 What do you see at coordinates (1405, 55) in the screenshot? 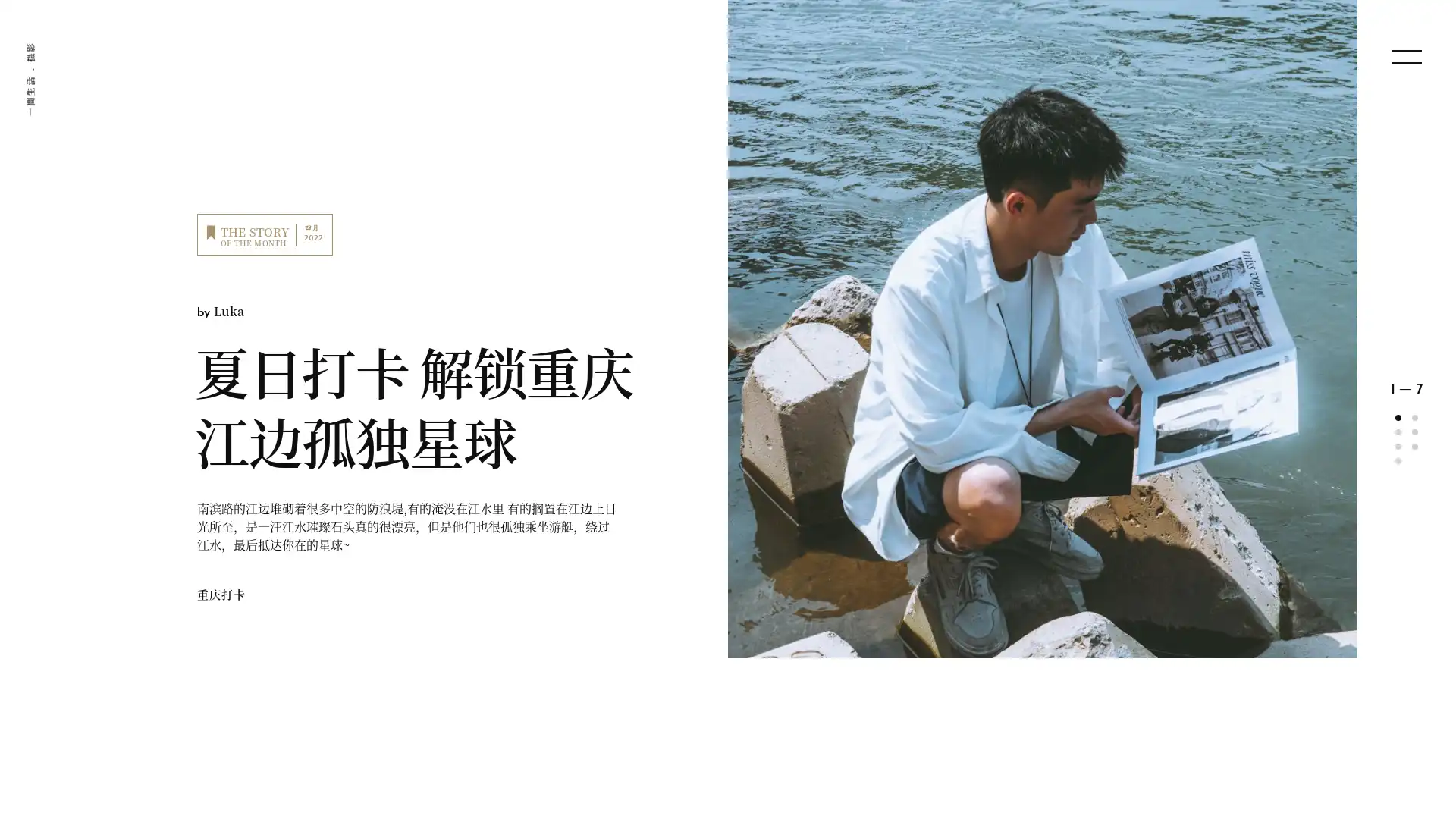
I see `menu close` at bounding box center [1405, 55].